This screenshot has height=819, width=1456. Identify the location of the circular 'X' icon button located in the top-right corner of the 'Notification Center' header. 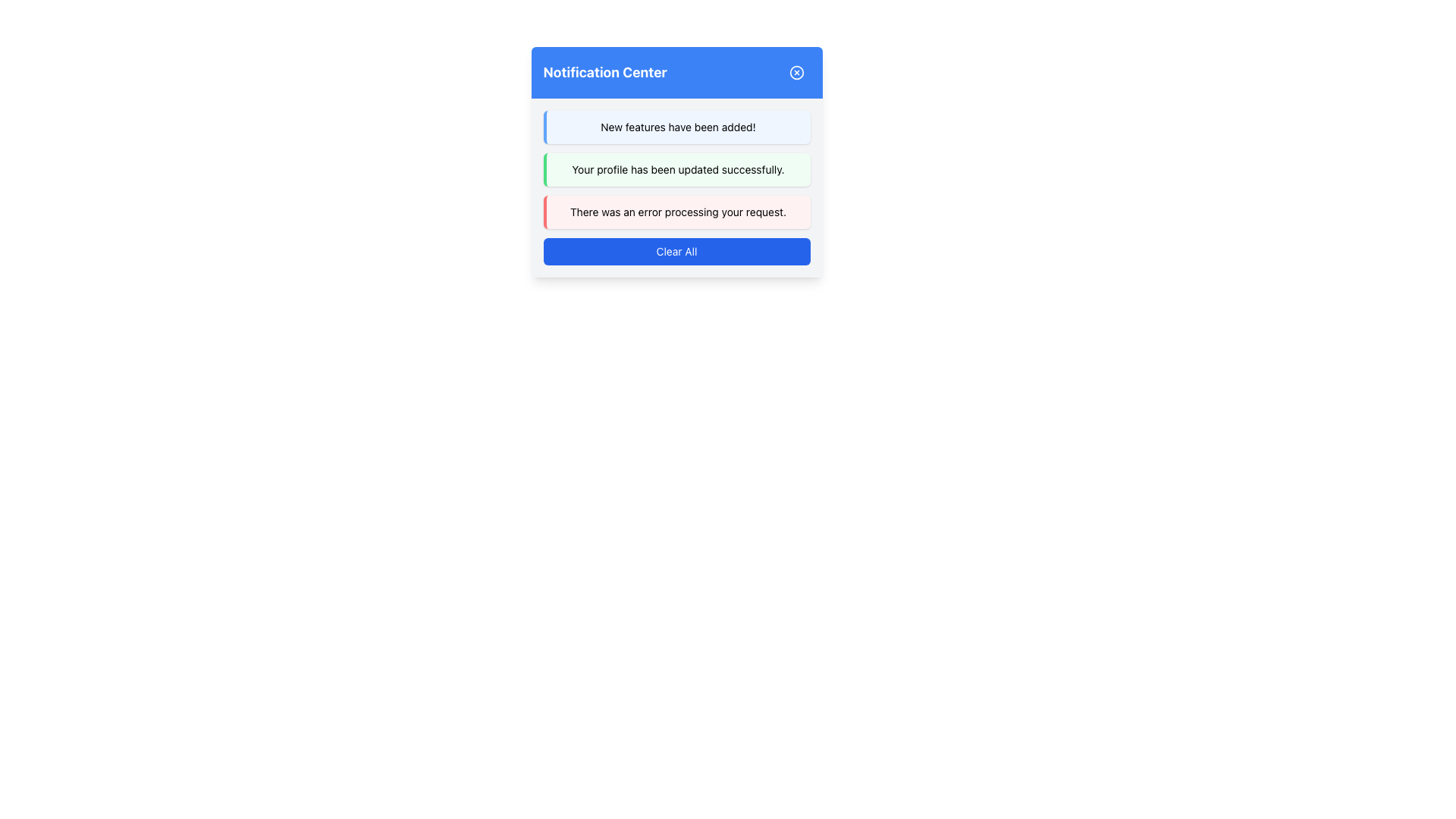
(795, 73).